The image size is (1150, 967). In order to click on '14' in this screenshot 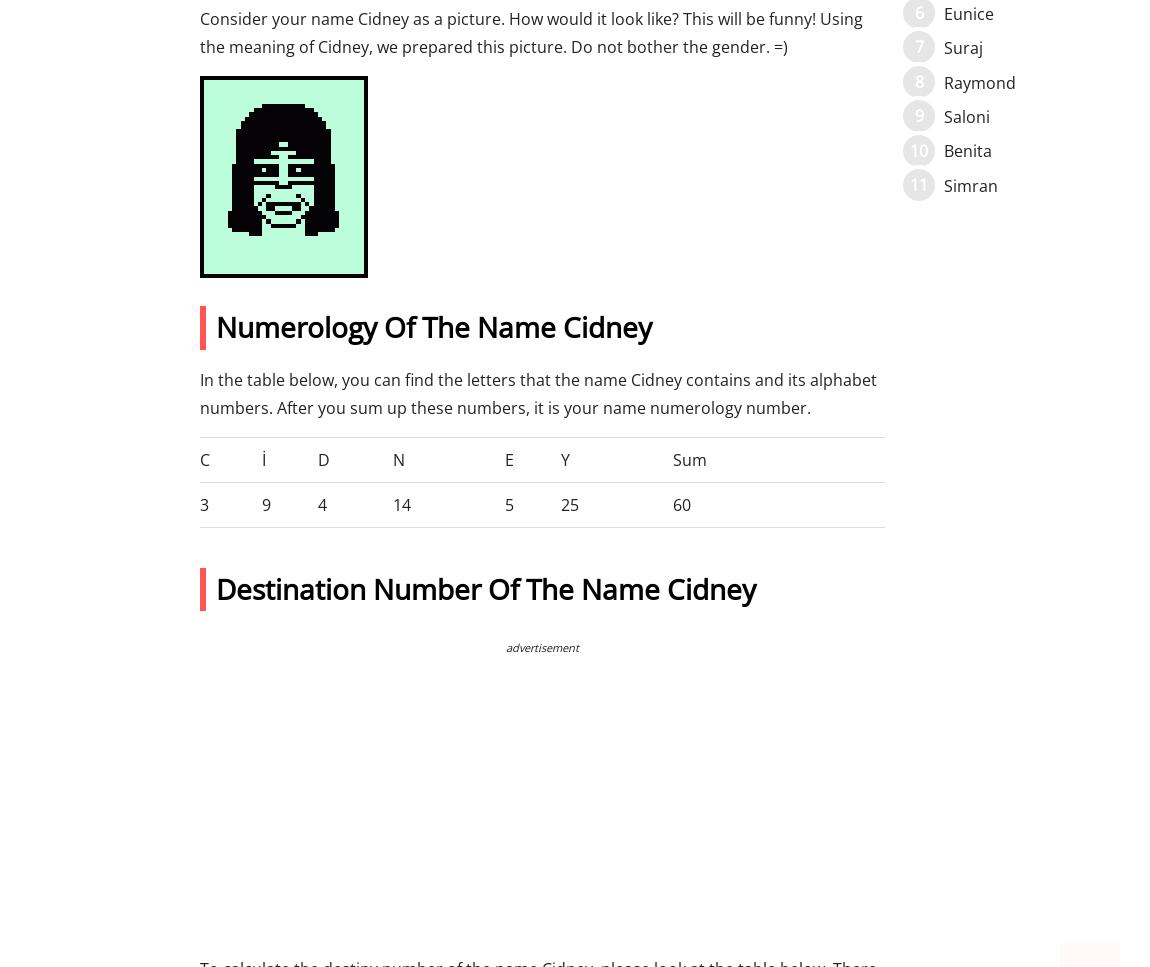, I will do `click(402, 503)`.